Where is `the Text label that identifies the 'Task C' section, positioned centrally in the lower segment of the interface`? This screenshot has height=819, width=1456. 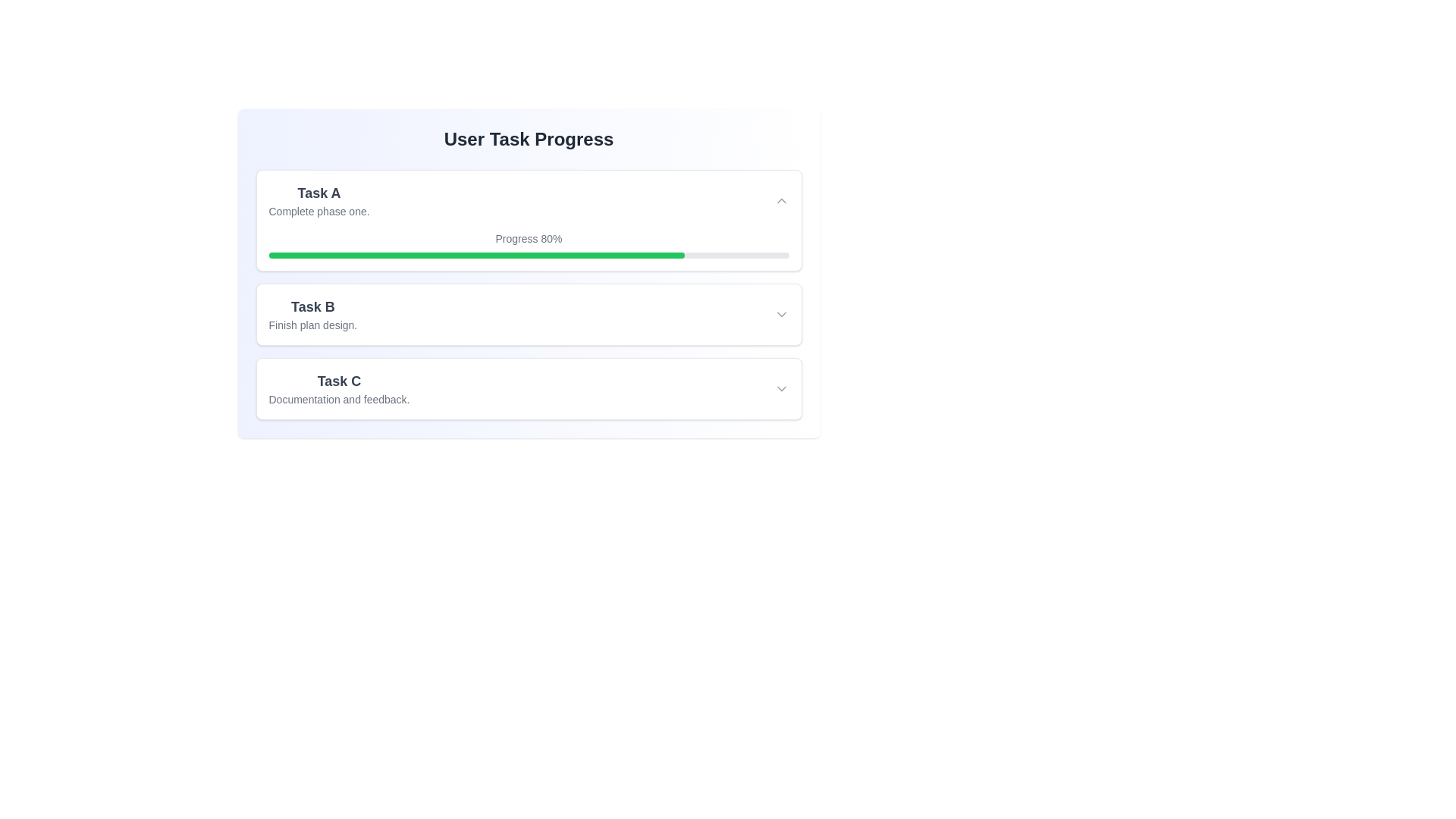 the Text label that identifies the 'Task C' section, positioned centrally in the lower segment of the interface is located at coordinates (338, 380).